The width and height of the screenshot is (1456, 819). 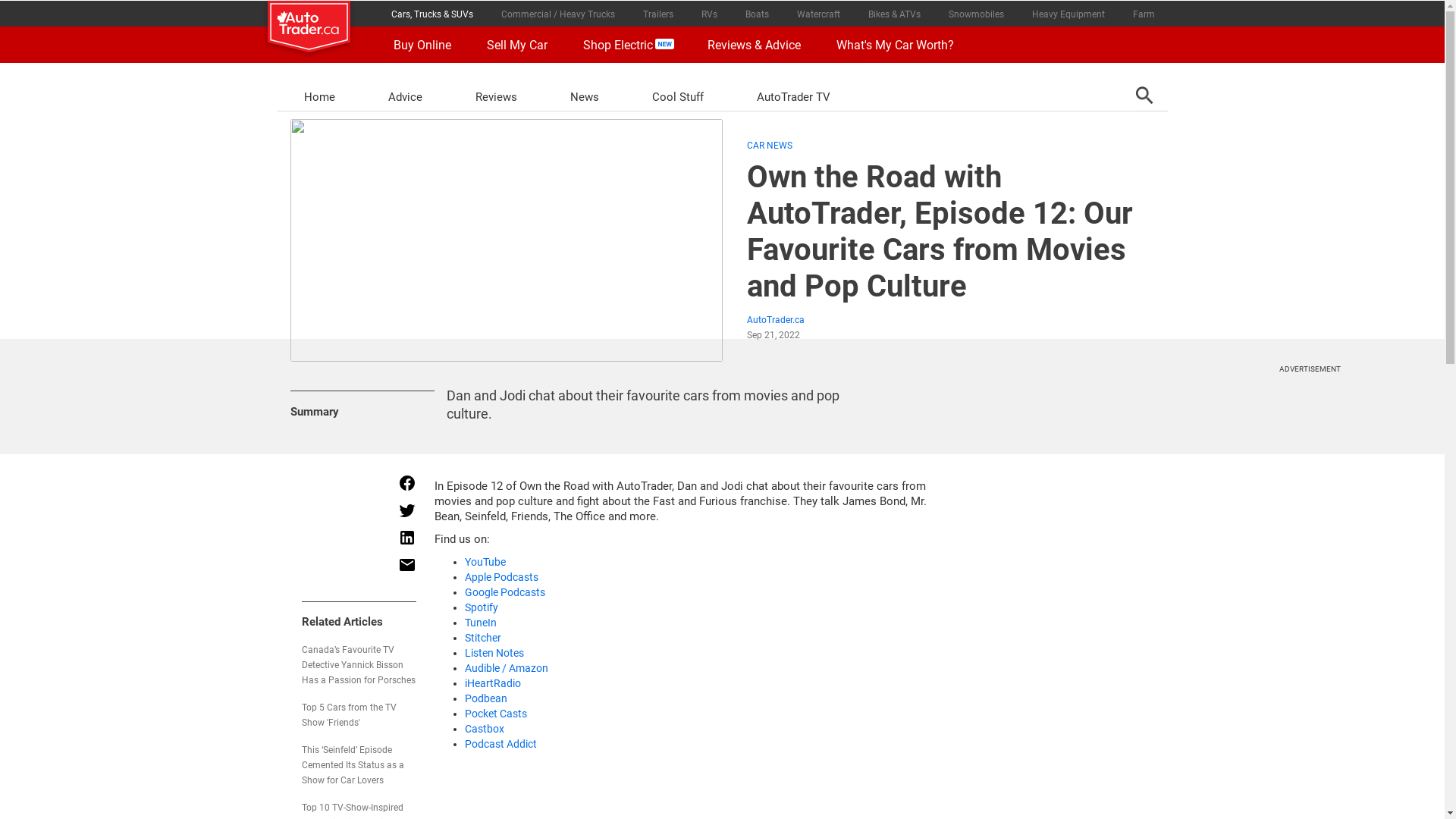 What do you see at coordinates (496, 96) in the screenshot?
I see `'Reviews'` at bounding box center [496, 96].